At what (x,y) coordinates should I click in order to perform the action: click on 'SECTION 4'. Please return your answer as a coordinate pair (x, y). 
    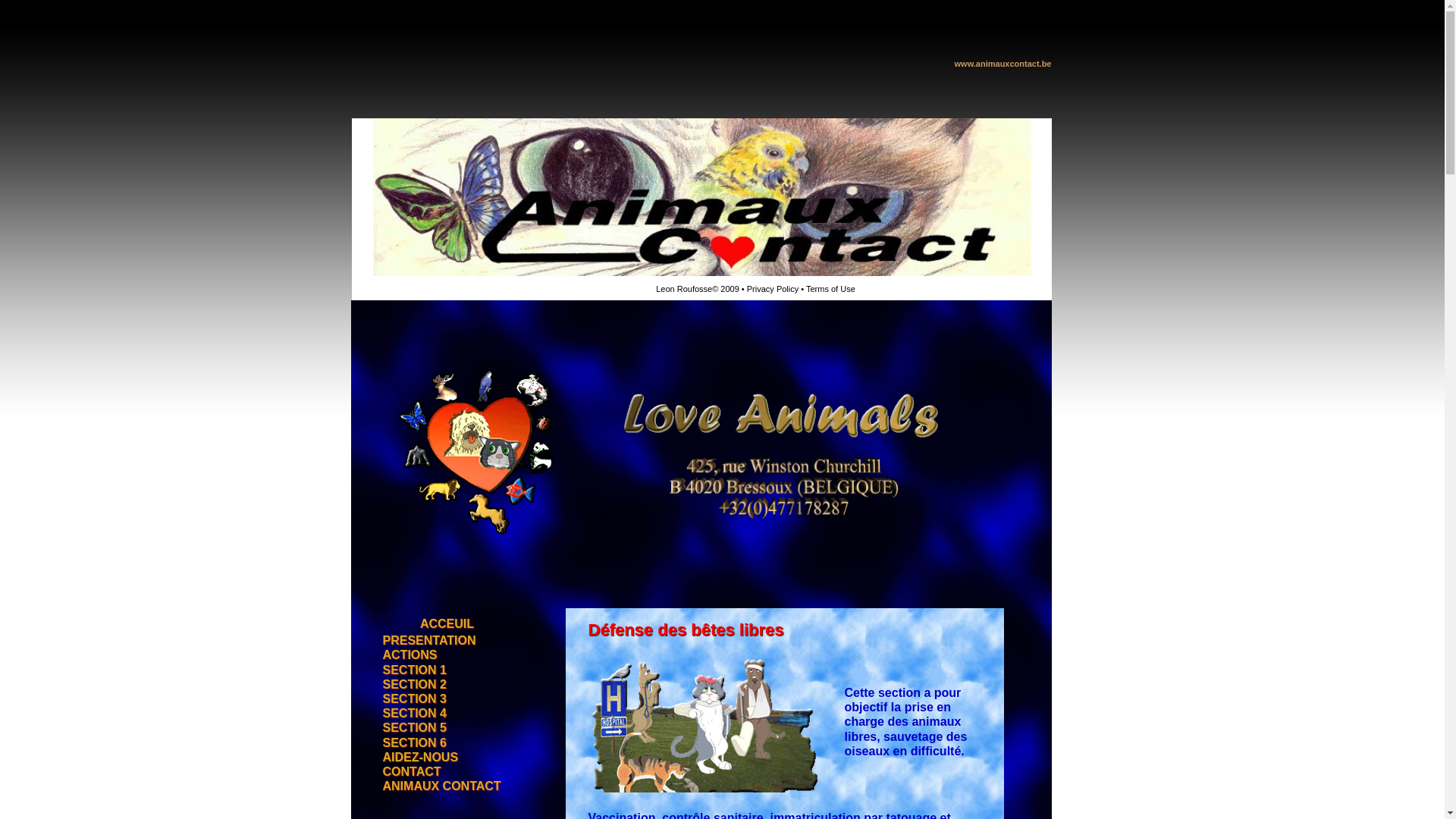
    Looking at the image, I should click on (414, 714).